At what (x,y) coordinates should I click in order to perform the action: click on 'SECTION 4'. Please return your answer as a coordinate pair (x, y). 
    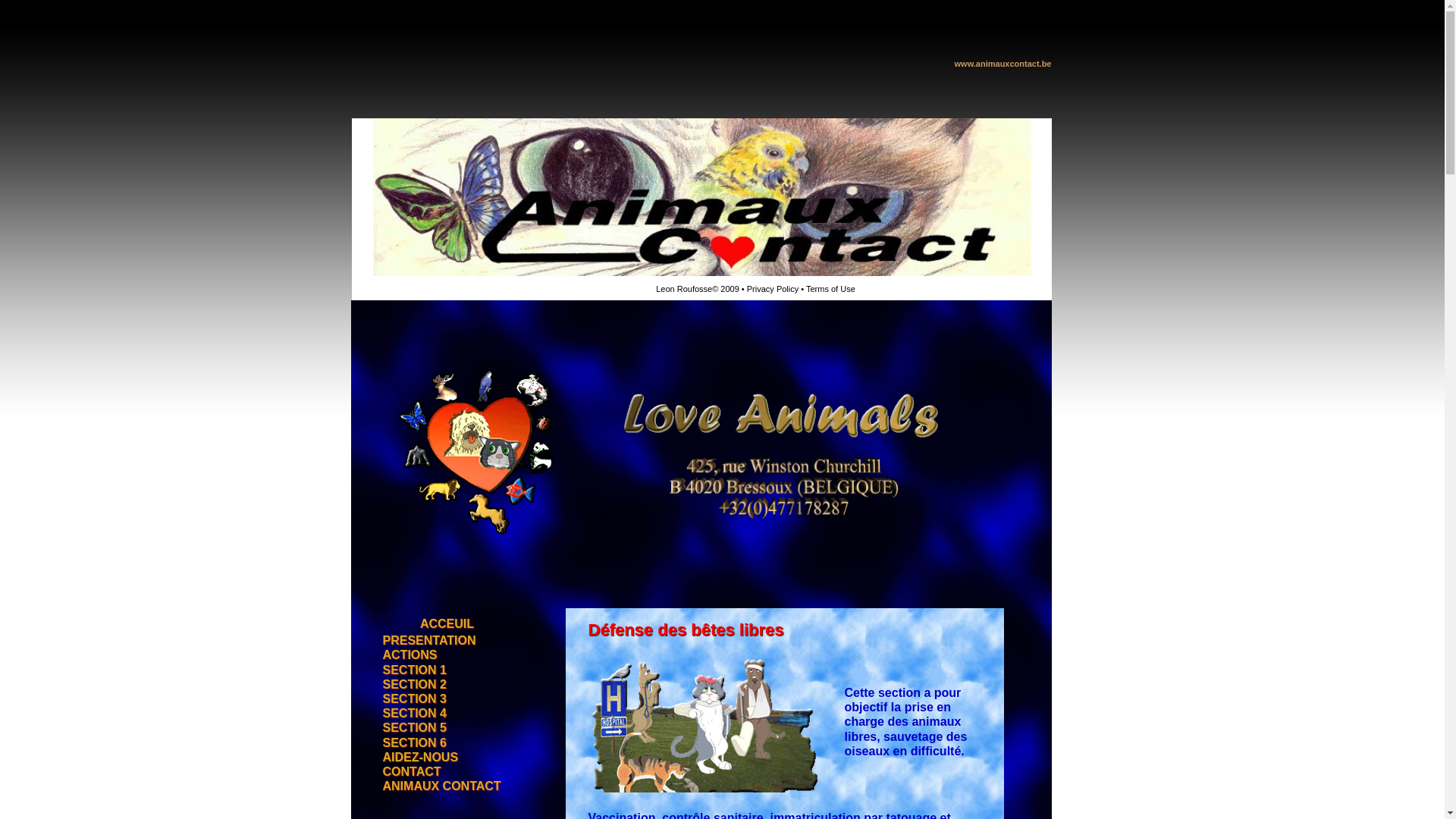
    Looking at the image, I should click on (414, 714).